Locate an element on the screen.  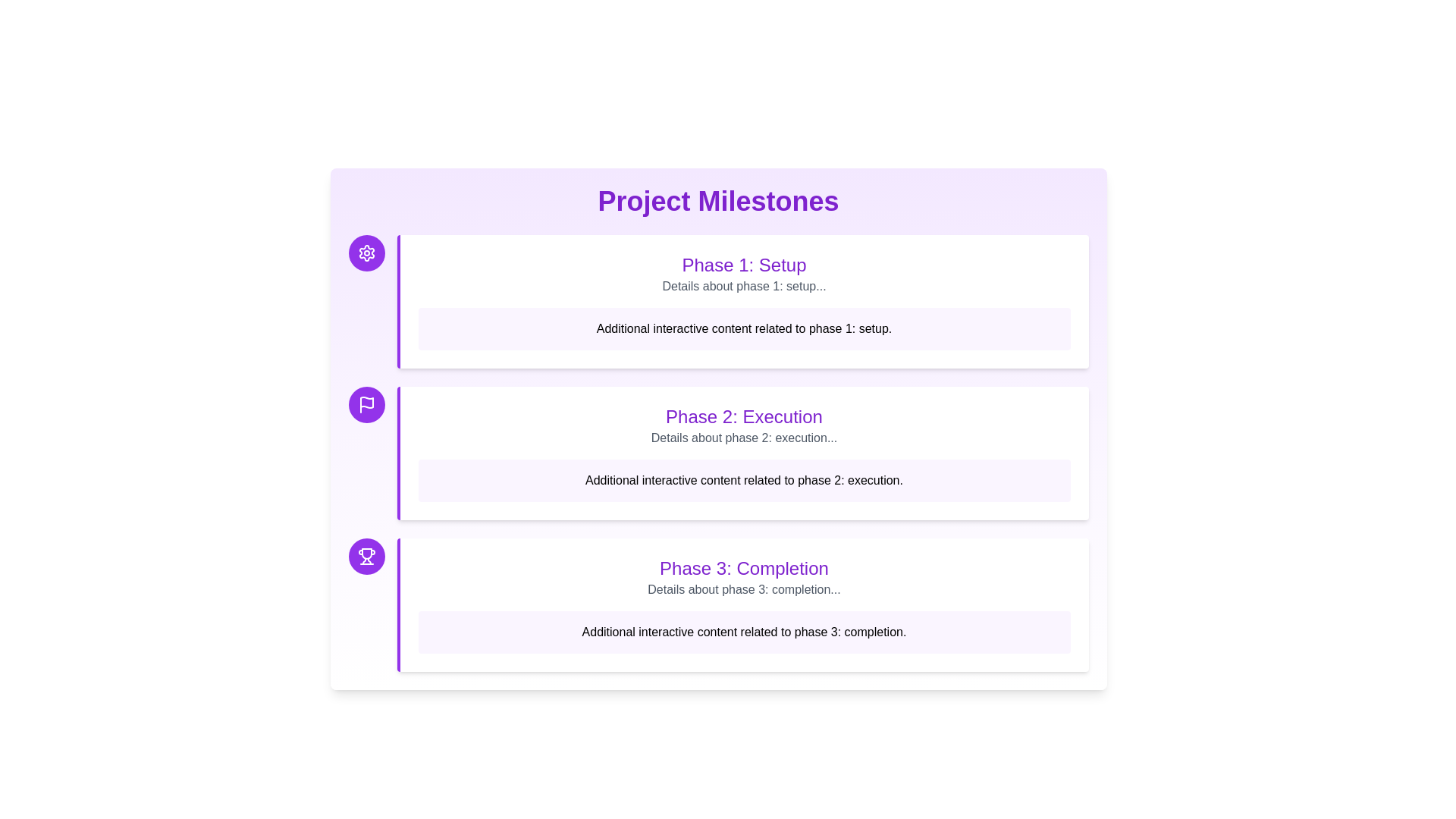
the text label that provides additional context about 'Phase 3: Completion', which is located beneath the title and above interactive content is located at coordinates (744, 589).